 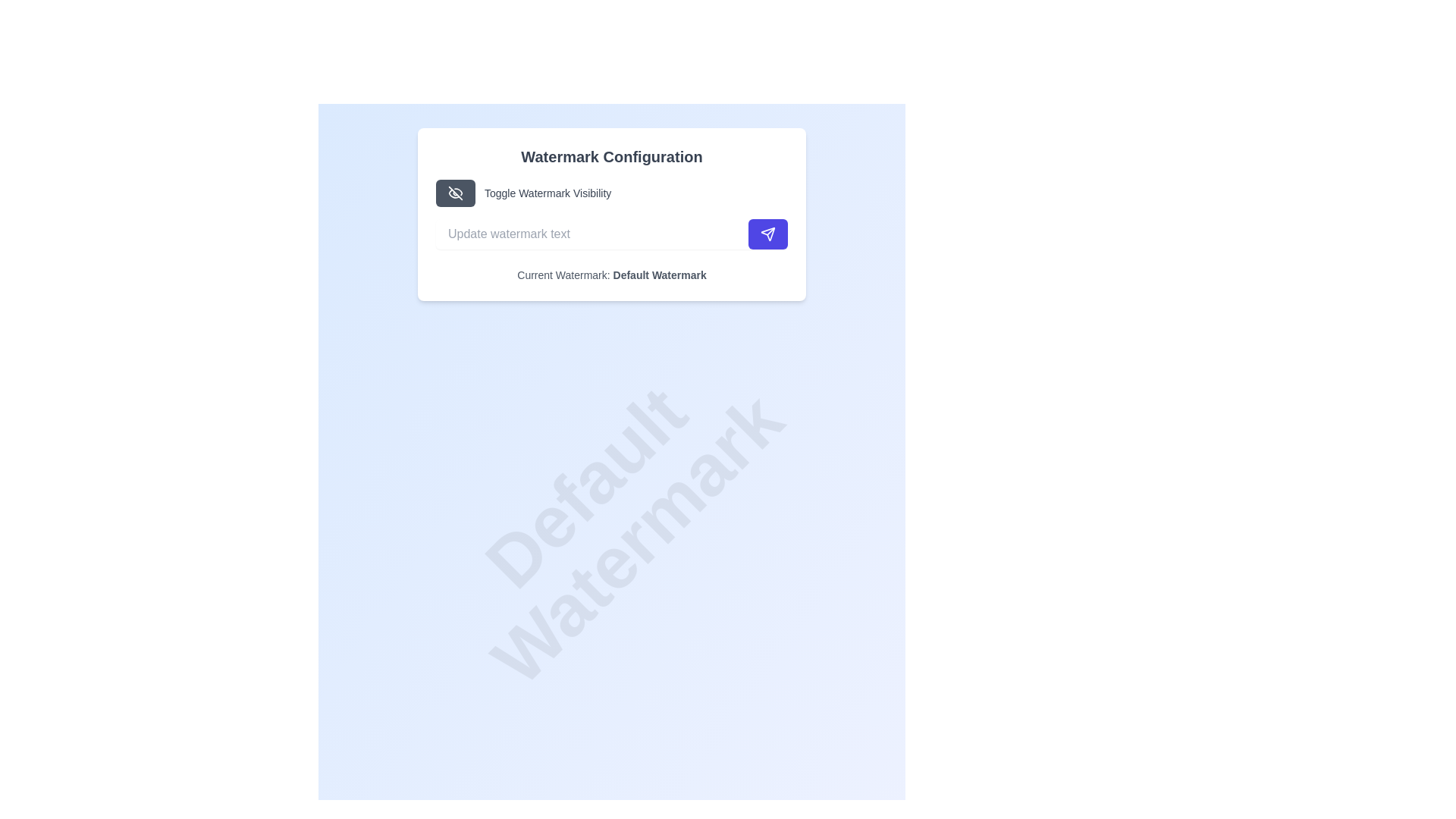 I want to click on the static text label displaying 'Default Watermark', which is part of the 'Current Watermark: Default Watermark' line located at the bottom of the 'Watermark Configuration' card, so click(x=660, y=275).